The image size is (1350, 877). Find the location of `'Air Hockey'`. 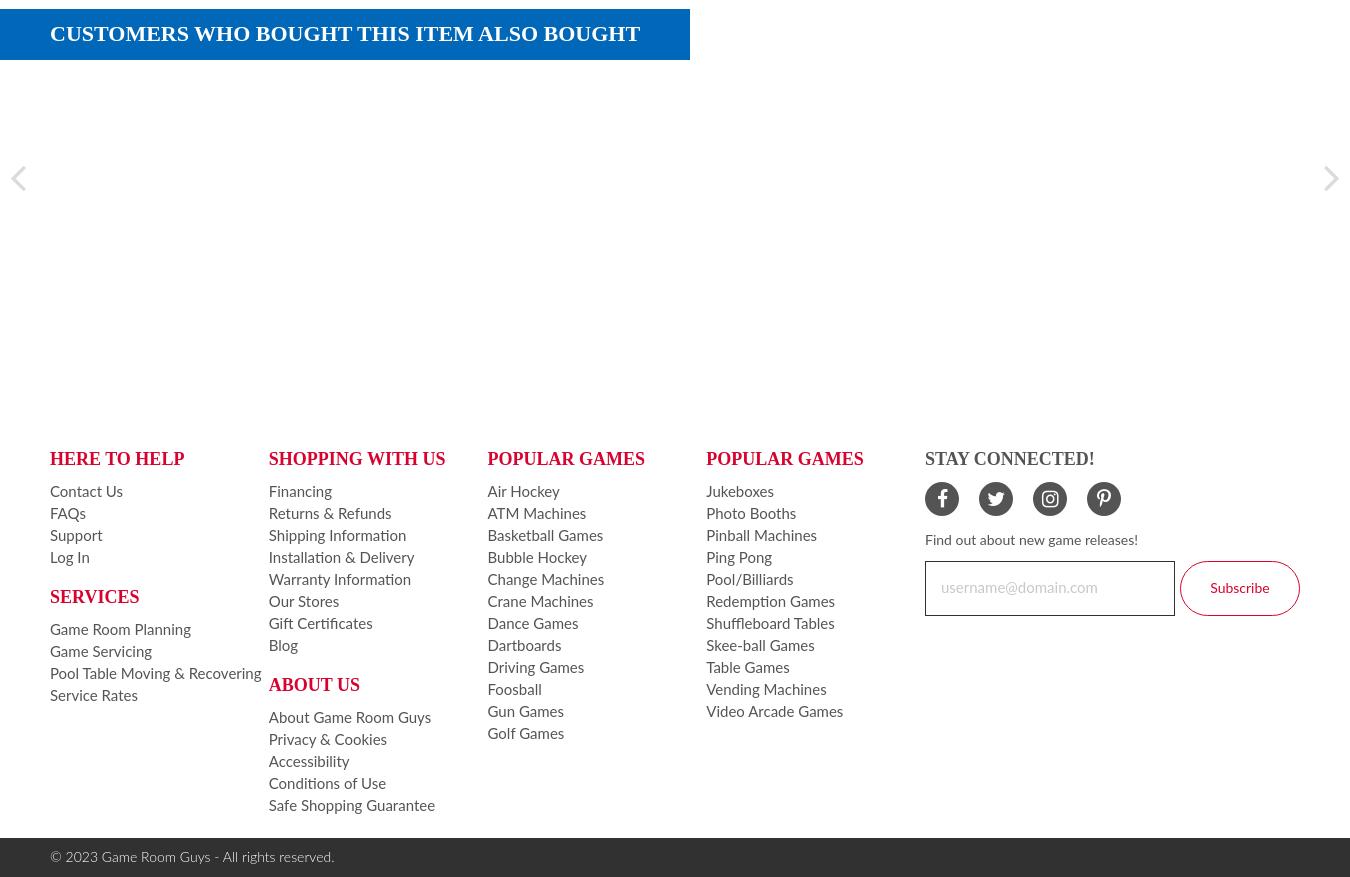

'Air Hockey' is located at coordinates (521, 490).